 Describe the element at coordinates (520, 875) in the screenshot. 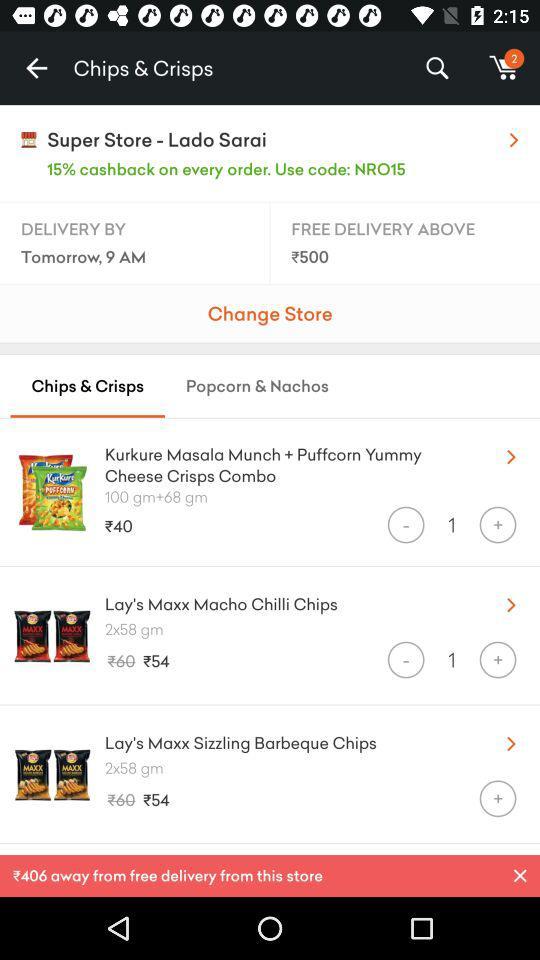

I see `item to the right of 406 away from icon` at that location.